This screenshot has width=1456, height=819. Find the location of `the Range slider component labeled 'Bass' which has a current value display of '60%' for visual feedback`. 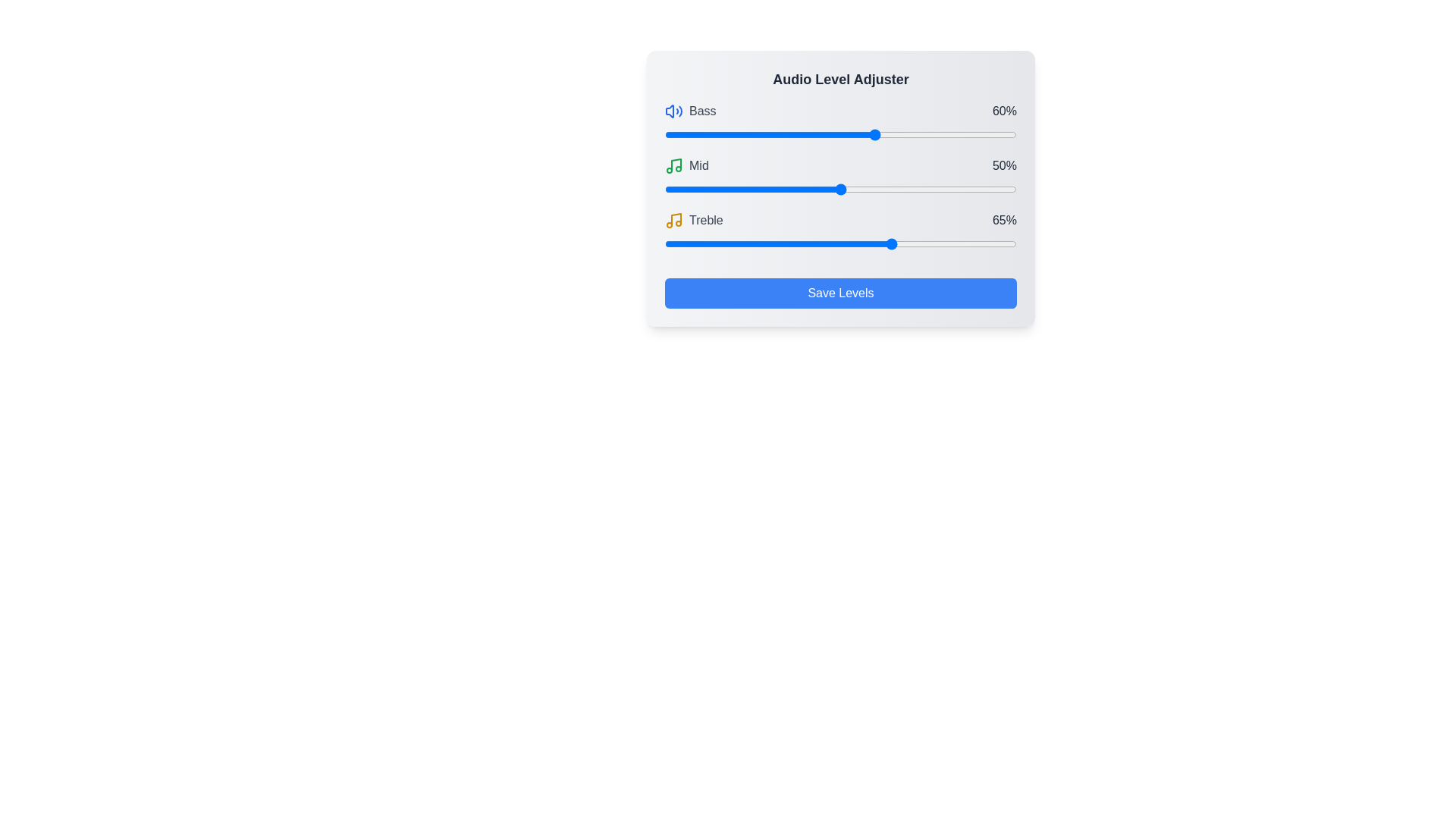

the Range slider component labeled 'Bass' which has a current value display of '60%' for visual feedback is located at coordinates (839, 122).